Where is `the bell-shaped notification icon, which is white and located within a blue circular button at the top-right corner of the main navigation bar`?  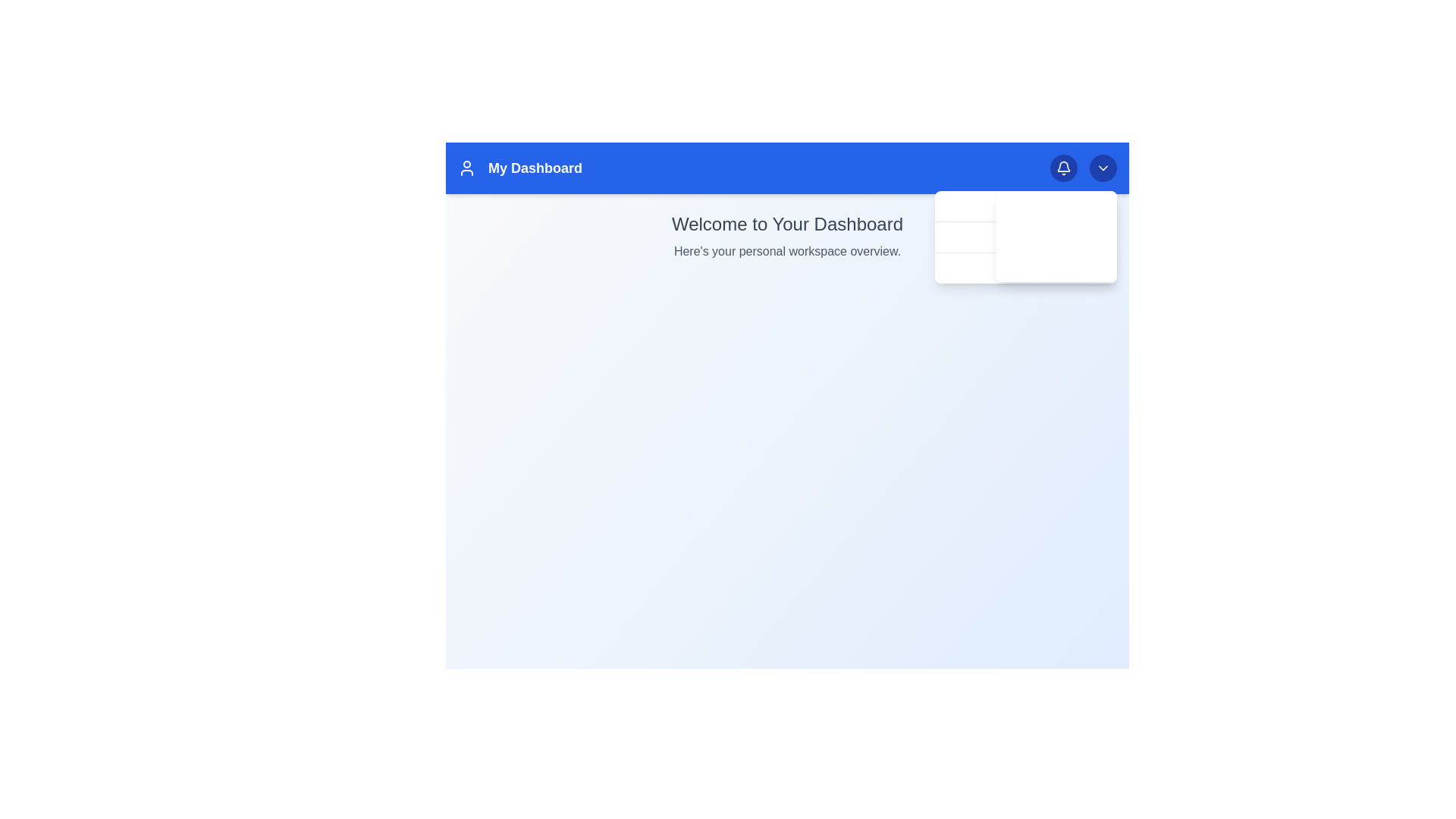
the bell-shaped notification icon, which is white and located within a blue circular button at the top-right corner of the main navigation bar is located at coordinates (1062, 168).